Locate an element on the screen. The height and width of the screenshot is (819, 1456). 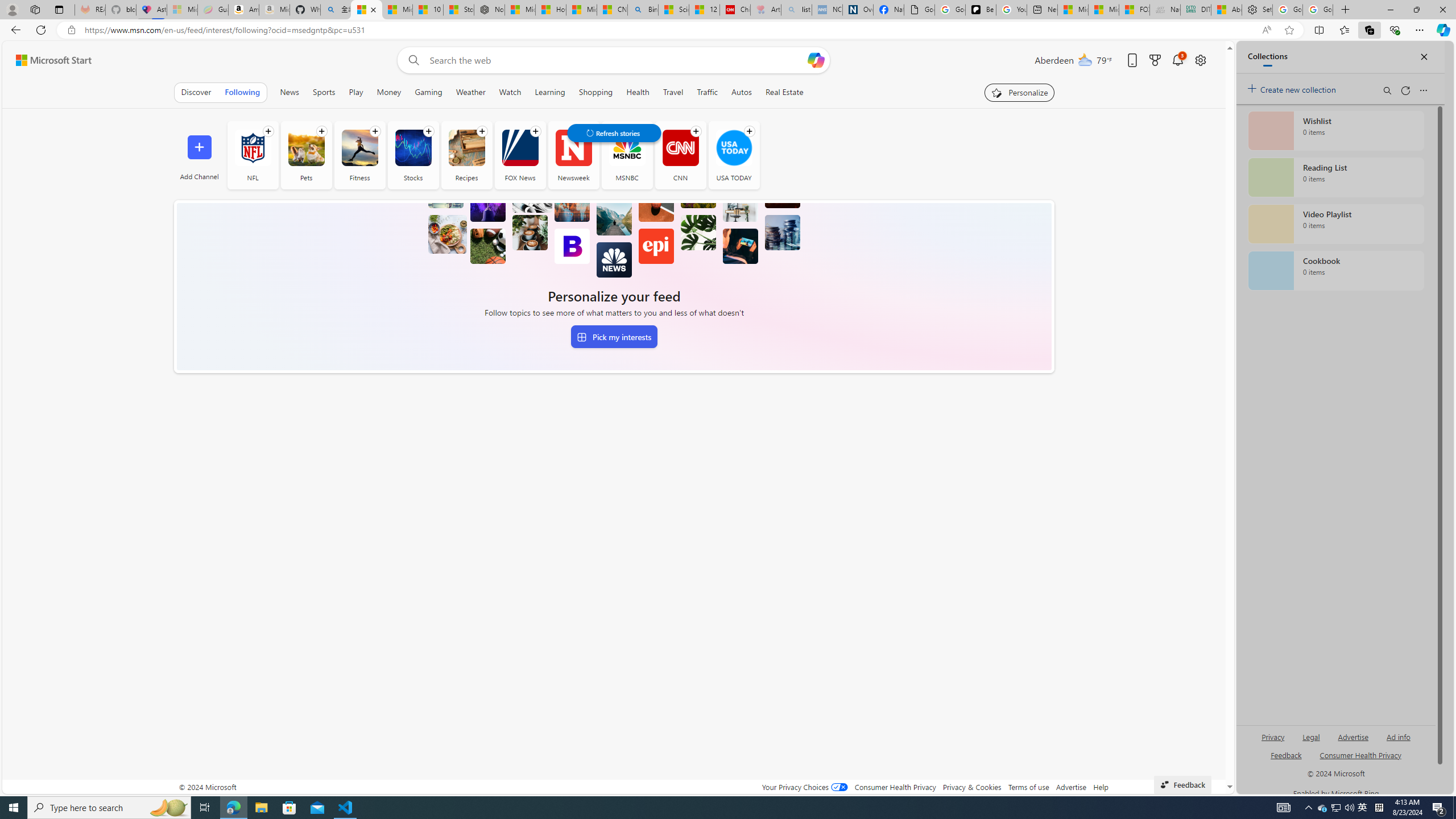
'USA TODAY' is located at coordinates (733, 147).